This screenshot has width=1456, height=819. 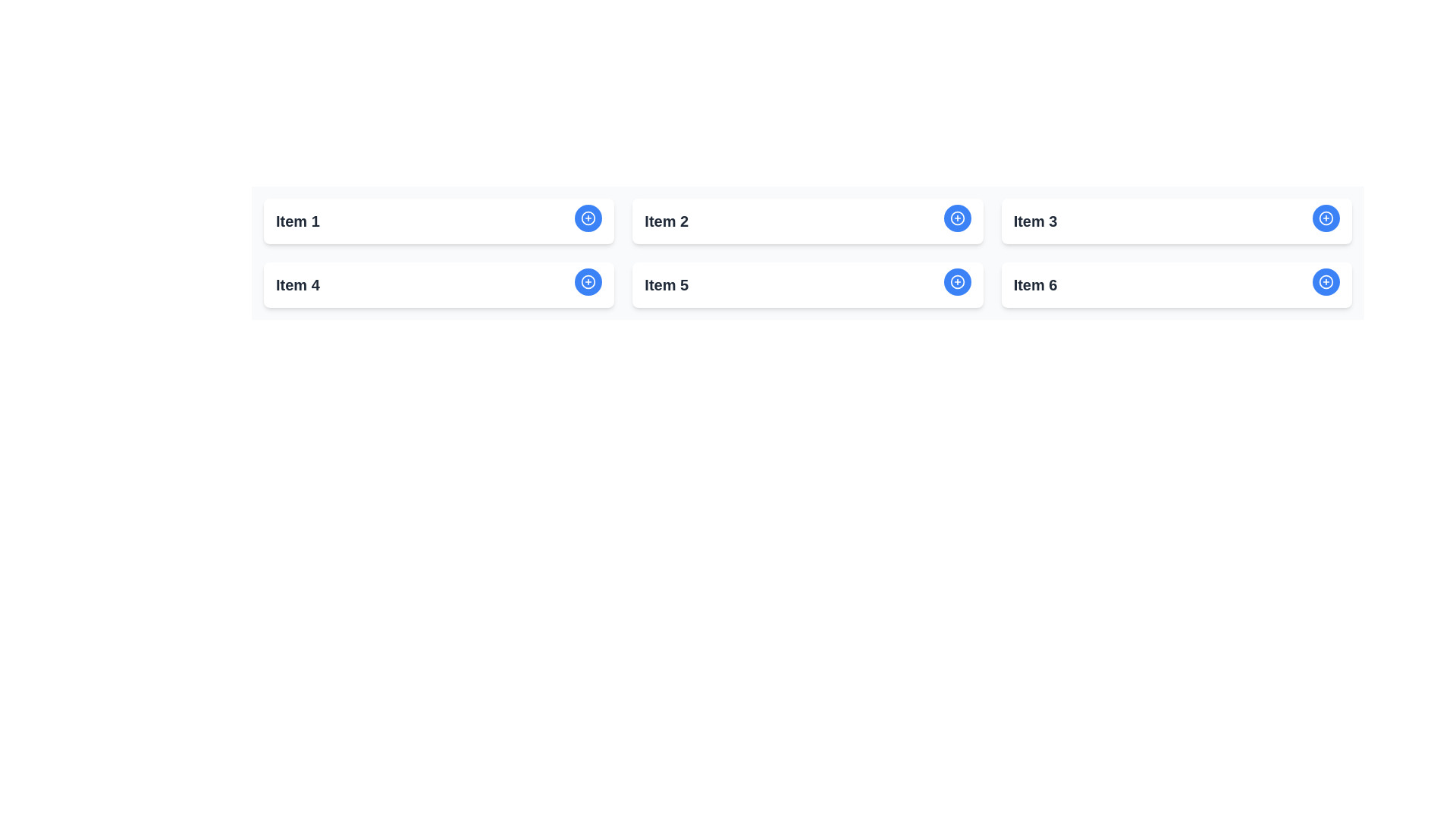 I want to click on the circular shape within the graphical icon associated with Item 2, which serves as a boundary or decoration for the icon, so click(x=956, y=218).